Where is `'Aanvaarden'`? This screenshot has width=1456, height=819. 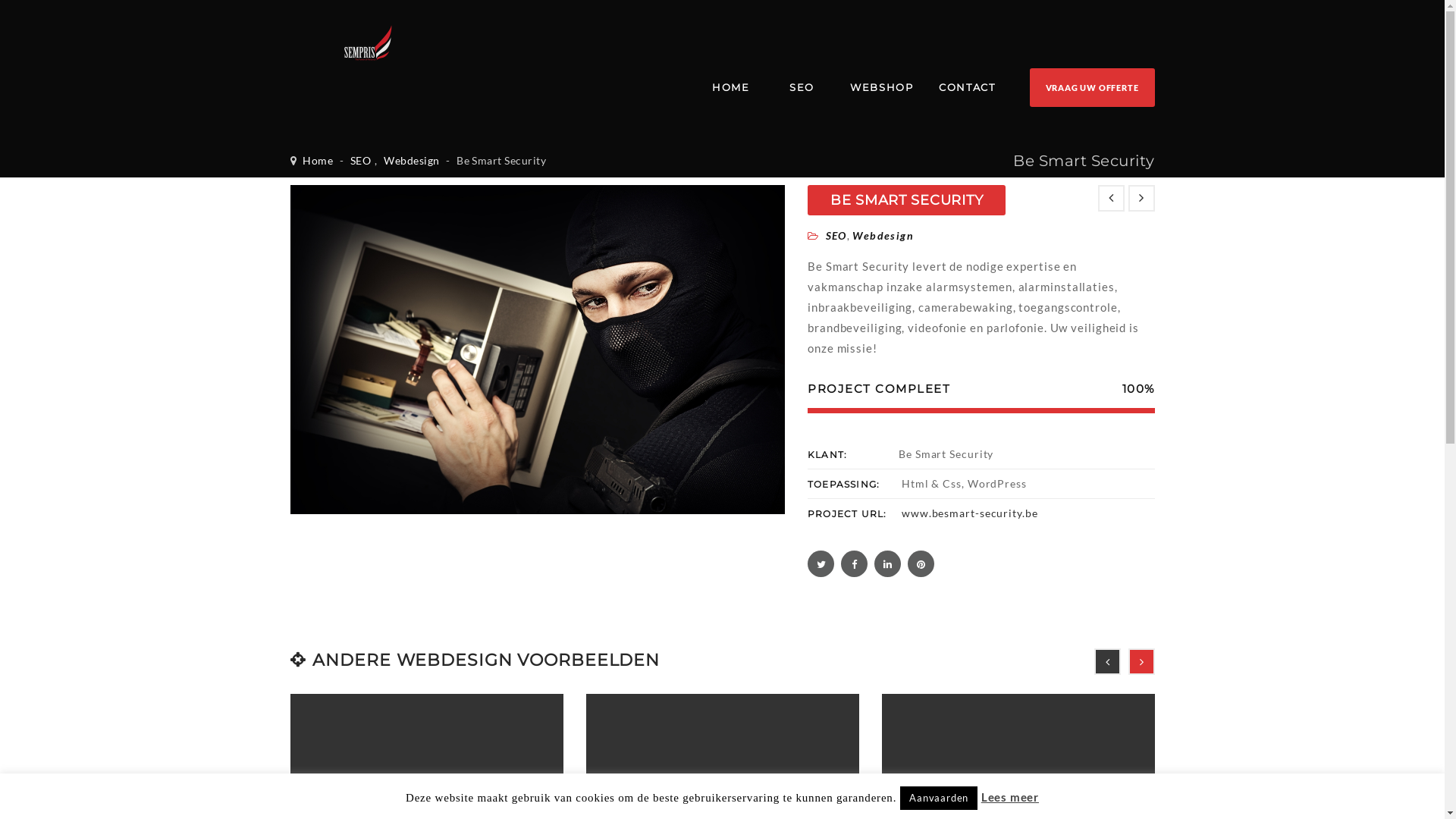 'Aanvaarden' is located at coordinates (899, 797).